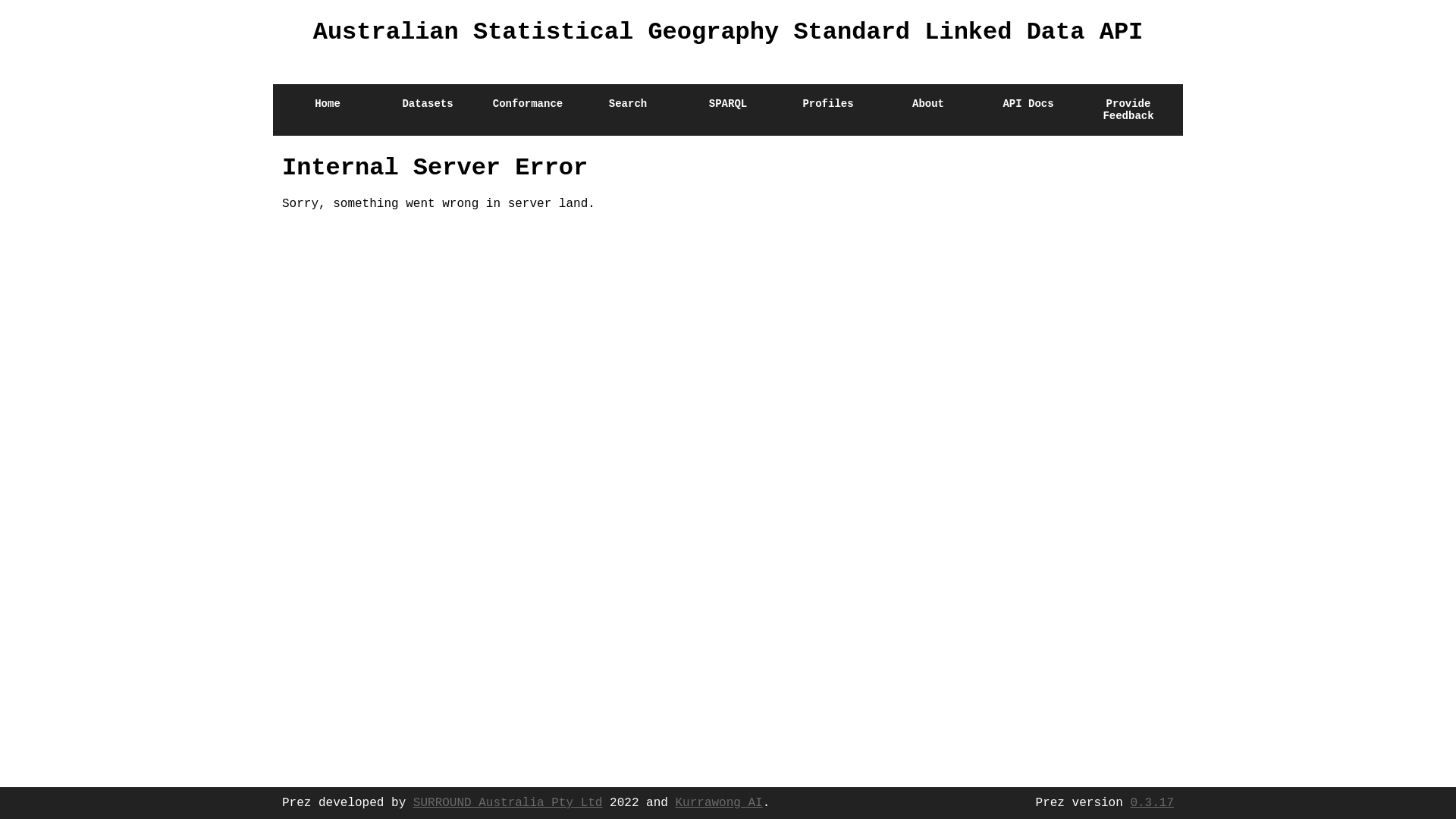 The image size is (1456, 819). What do you see at coordinates (628, 109) in the screenshot?
I see `'Search'` at bounding box center [628, 109].